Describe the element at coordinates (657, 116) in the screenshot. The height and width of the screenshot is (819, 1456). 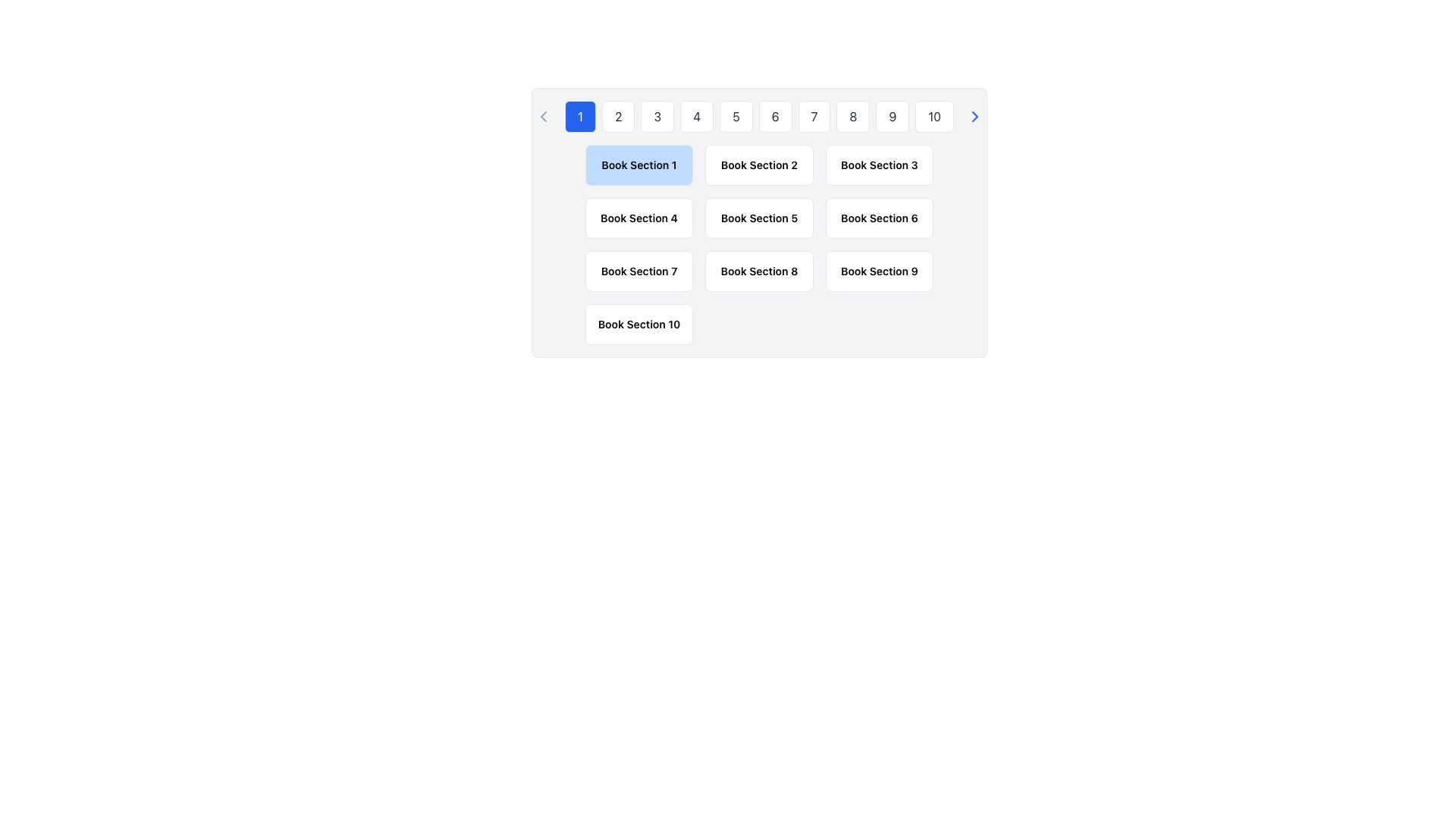
I see `the navigation button, which is the third button in a row of numbered buttons, located between the buttons labeled '2' and '4'` at that location.